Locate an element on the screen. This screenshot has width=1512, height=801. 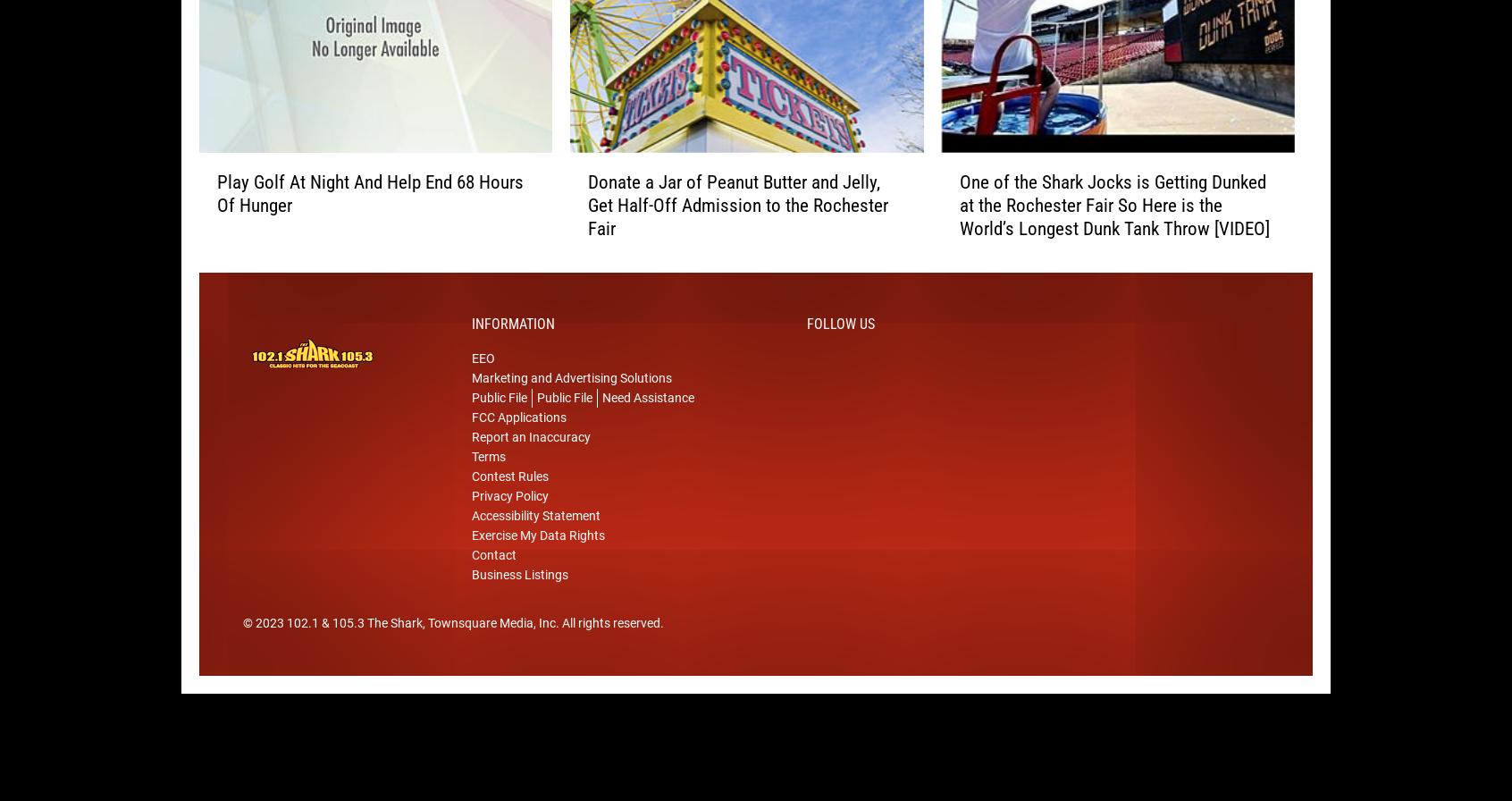
'Marketing and Advertising Solutions' is located at coordinates (572, 406).